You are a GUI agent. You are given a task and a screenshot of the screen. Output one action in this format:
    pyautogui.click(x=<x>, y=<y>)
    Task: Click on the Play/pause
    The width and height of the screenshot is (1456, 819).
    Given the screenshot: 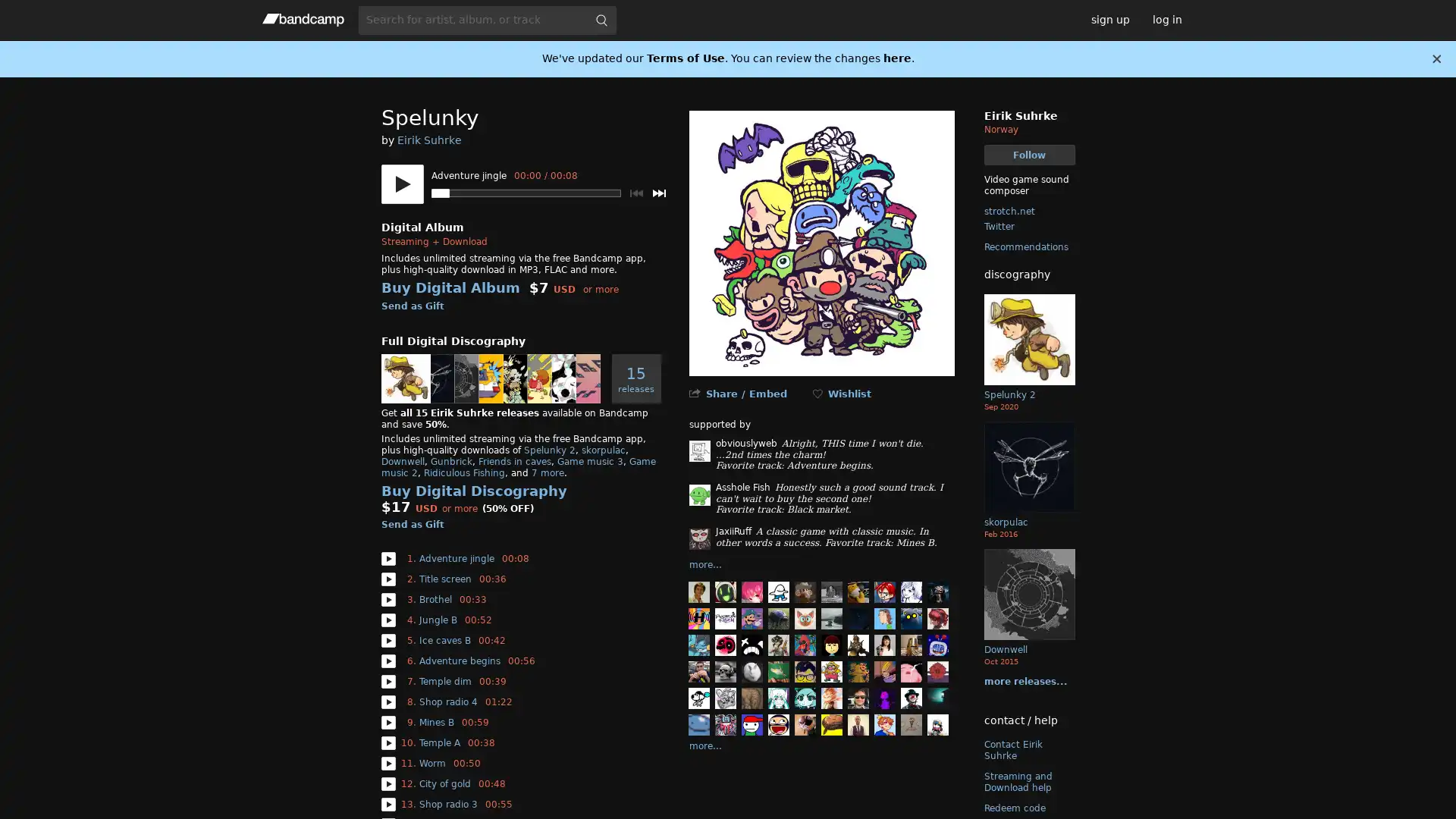 What is the action you would take?
    pyautogui.click(x=401, y=184)
    